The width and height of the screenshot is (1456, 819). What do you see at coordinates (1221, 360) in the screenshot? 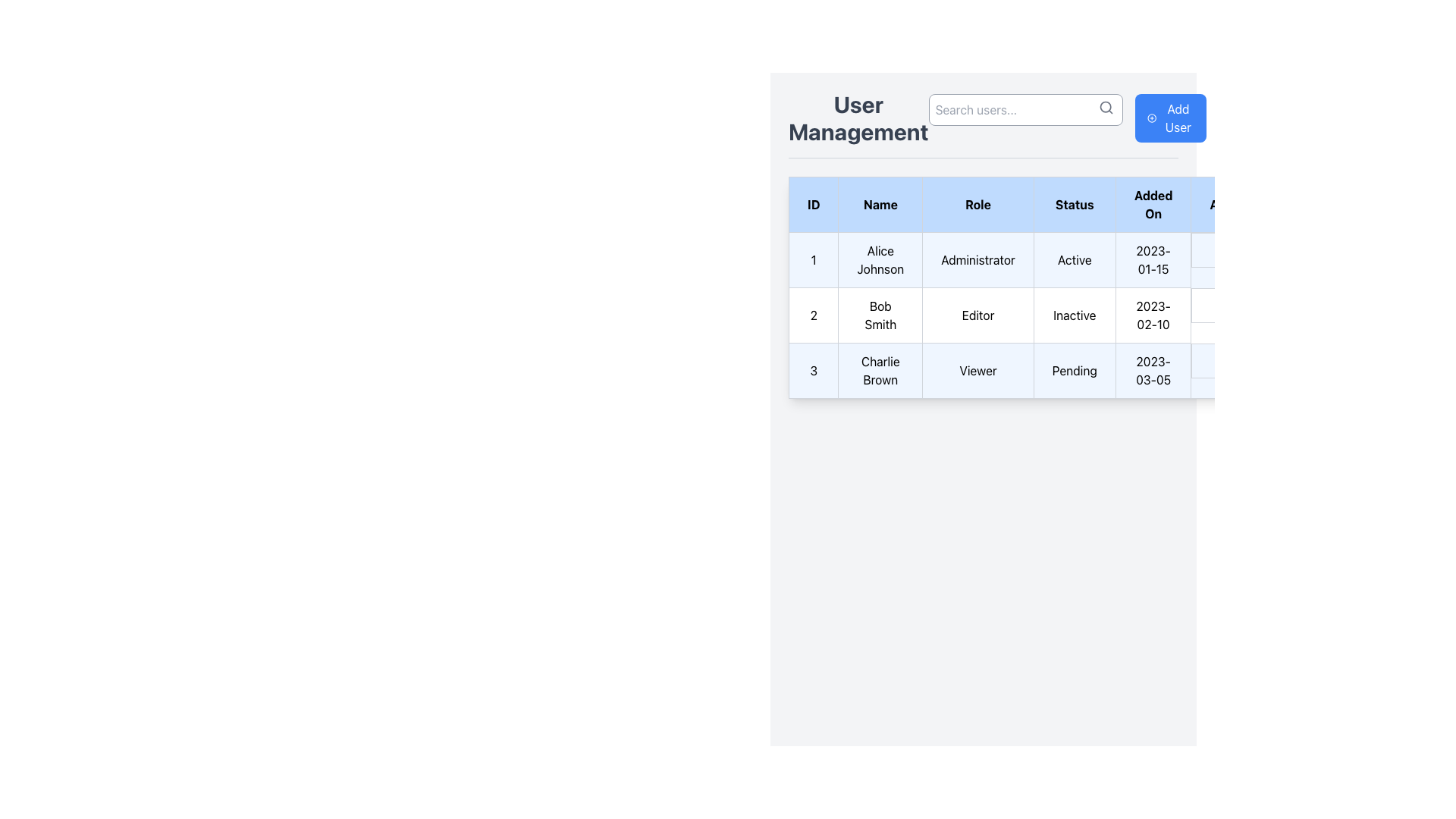
I see `the blue editable square pen button located in the 'Actions' column of the third row in the table, next to 'Charlie Brown'` at bounding box center [1221, 360].